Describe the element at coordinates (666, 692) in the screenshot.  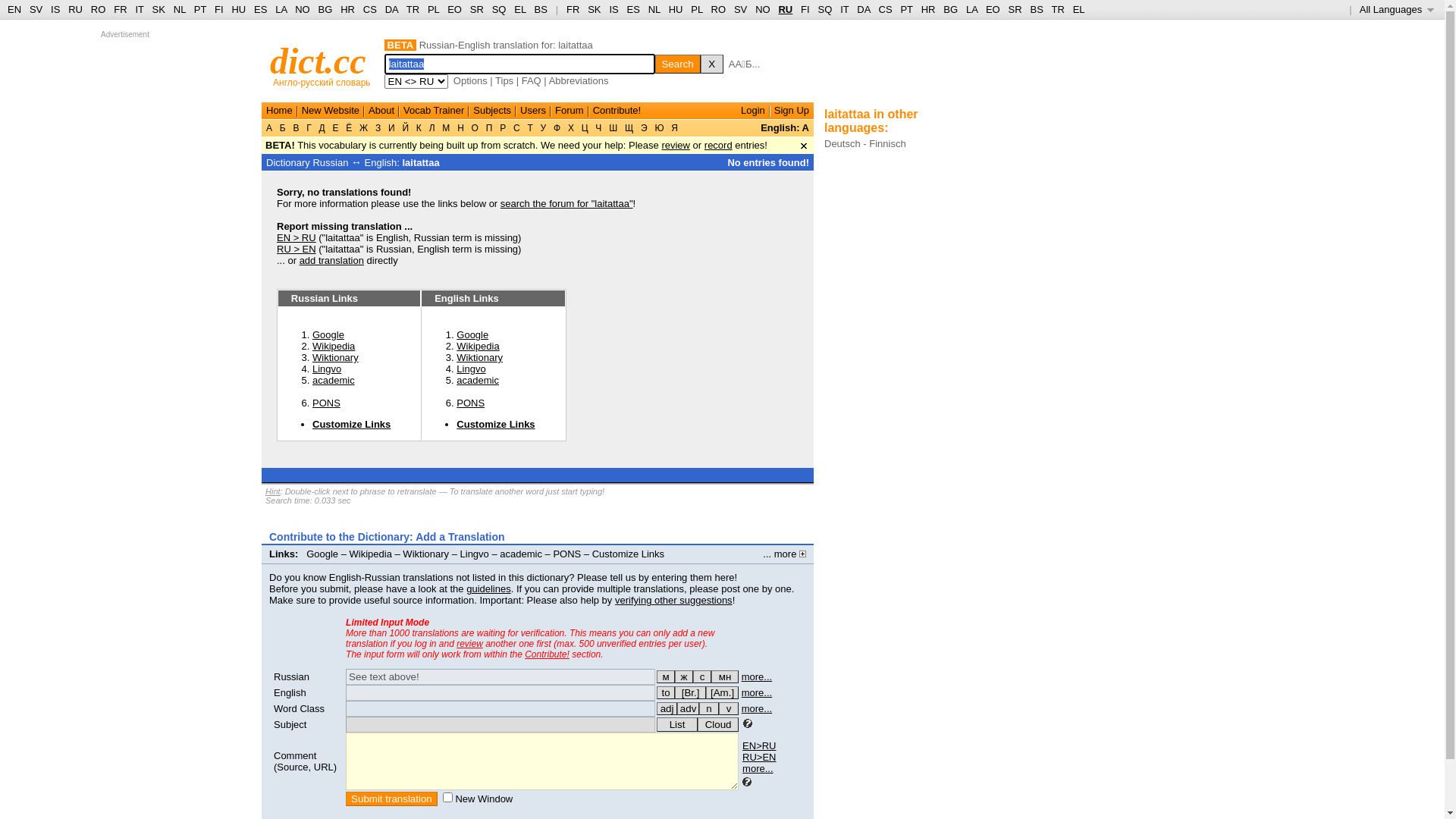
I see `'for verbs'` at that location.